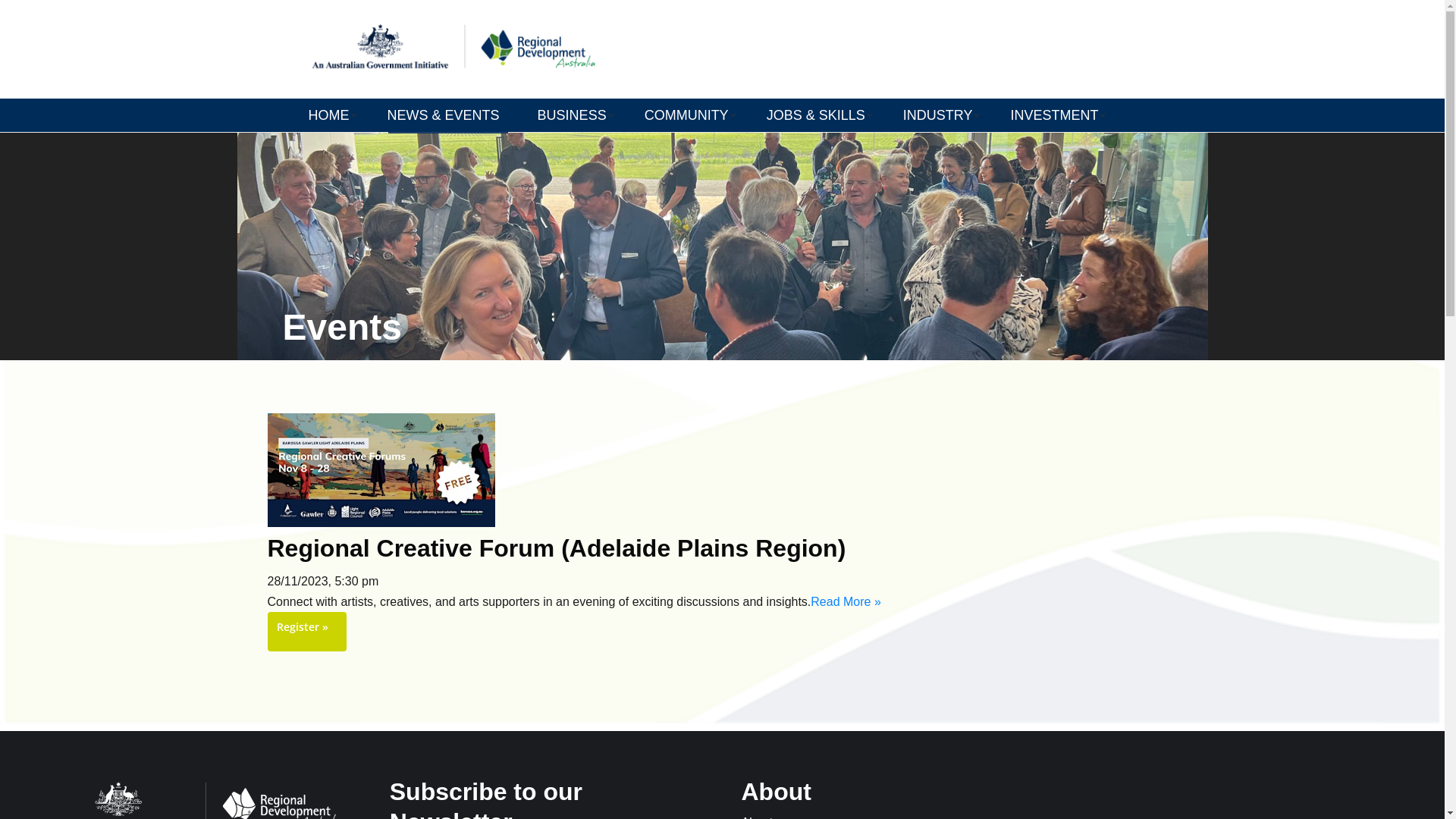 This screenshot has height=819, width=1456. What do you see at coordinates (575, 114) in the screenshot?
I see `'BUSINESS'` at bounding box center [575, 114].